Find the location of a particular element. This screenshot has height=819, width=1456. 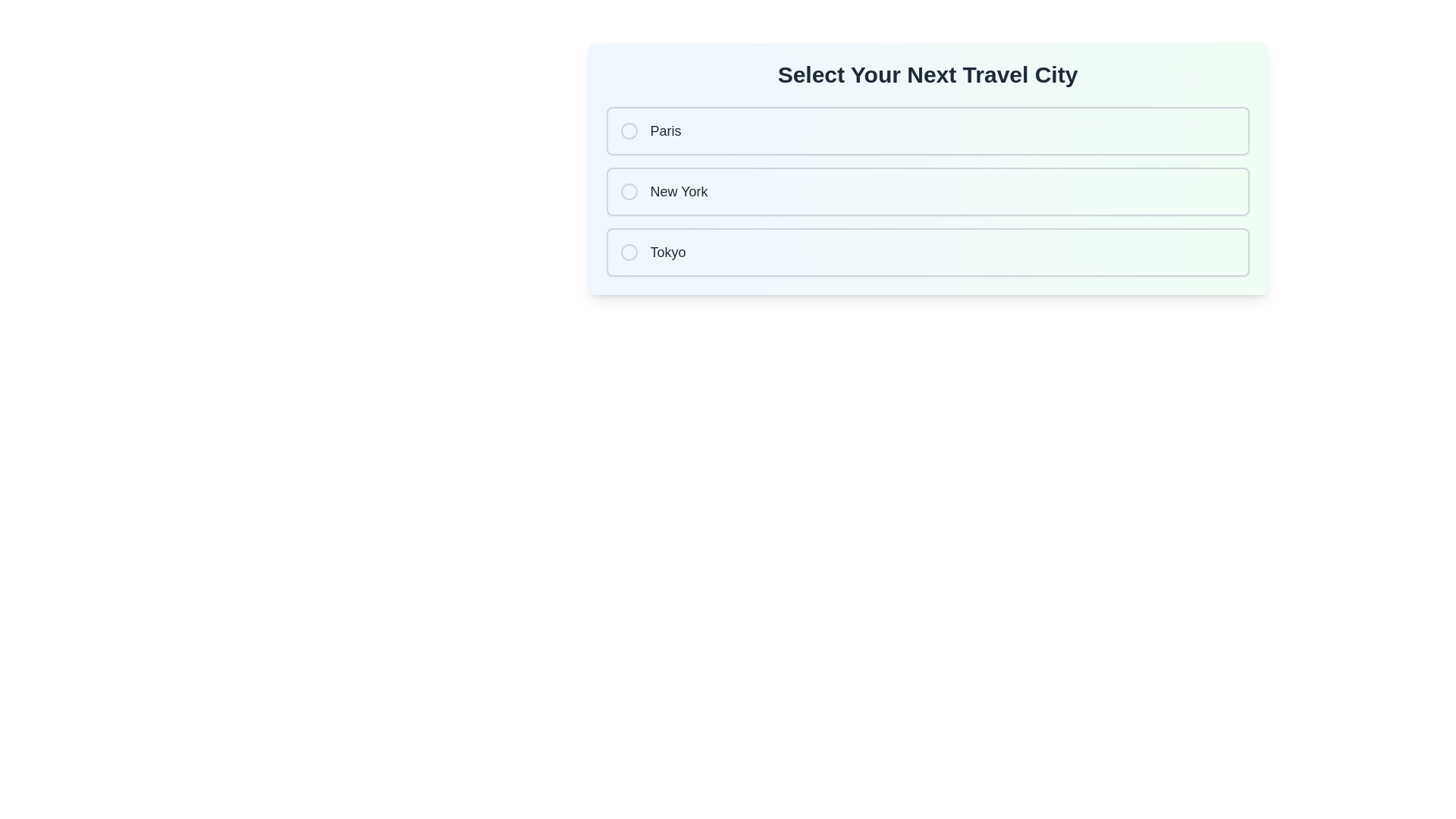

the circle icon with a gray border located to the left of the text 'Paris' in the radio button group labeled 'Select Your Next Travel City' is located at coordinates (629, 130).